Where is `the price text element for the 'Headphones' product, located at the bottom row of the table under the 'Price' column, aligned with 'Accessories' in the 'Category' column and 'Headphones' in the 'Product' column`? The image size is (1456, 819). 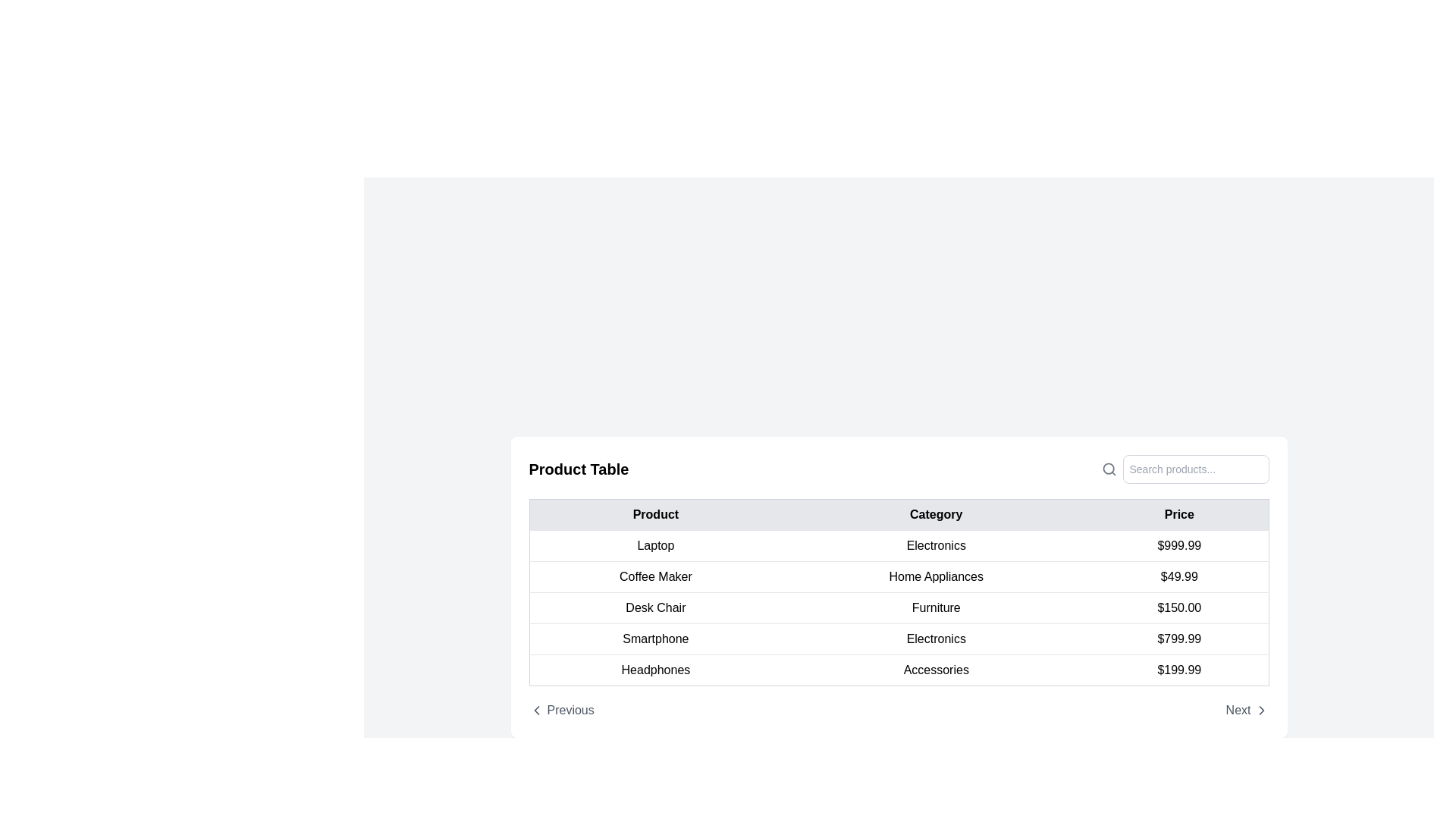 the price text element for the 'Headphones' product, located at the bottom row of the table under the 'Price' column, aligned with 'Accessories' in the 'Category' column and 'Headphones' in the 'Product' column is located at coordinates (1178, 669).